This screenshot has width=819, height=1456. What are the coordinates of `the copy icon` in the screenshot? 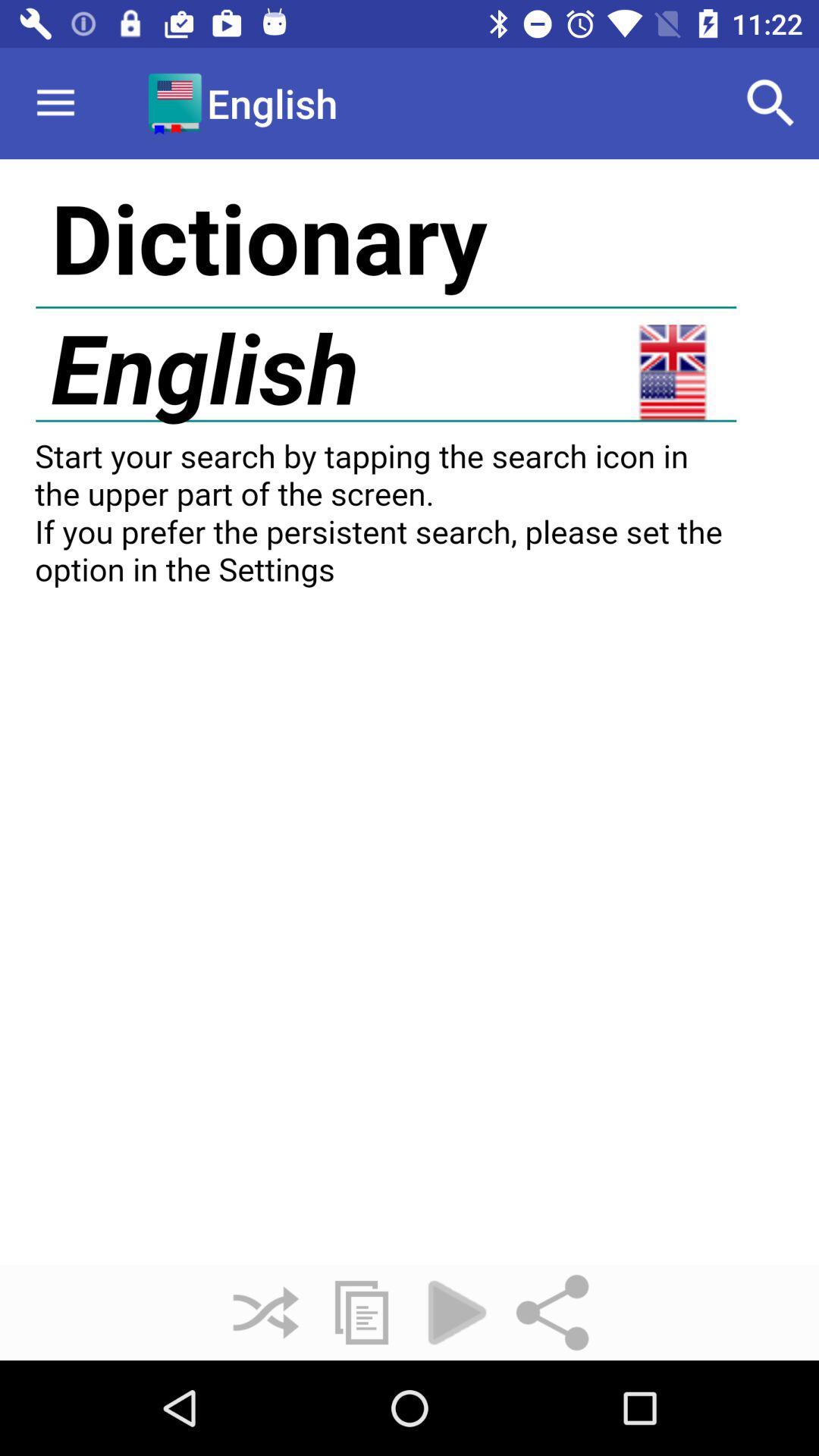 It's located at (362, 1312).